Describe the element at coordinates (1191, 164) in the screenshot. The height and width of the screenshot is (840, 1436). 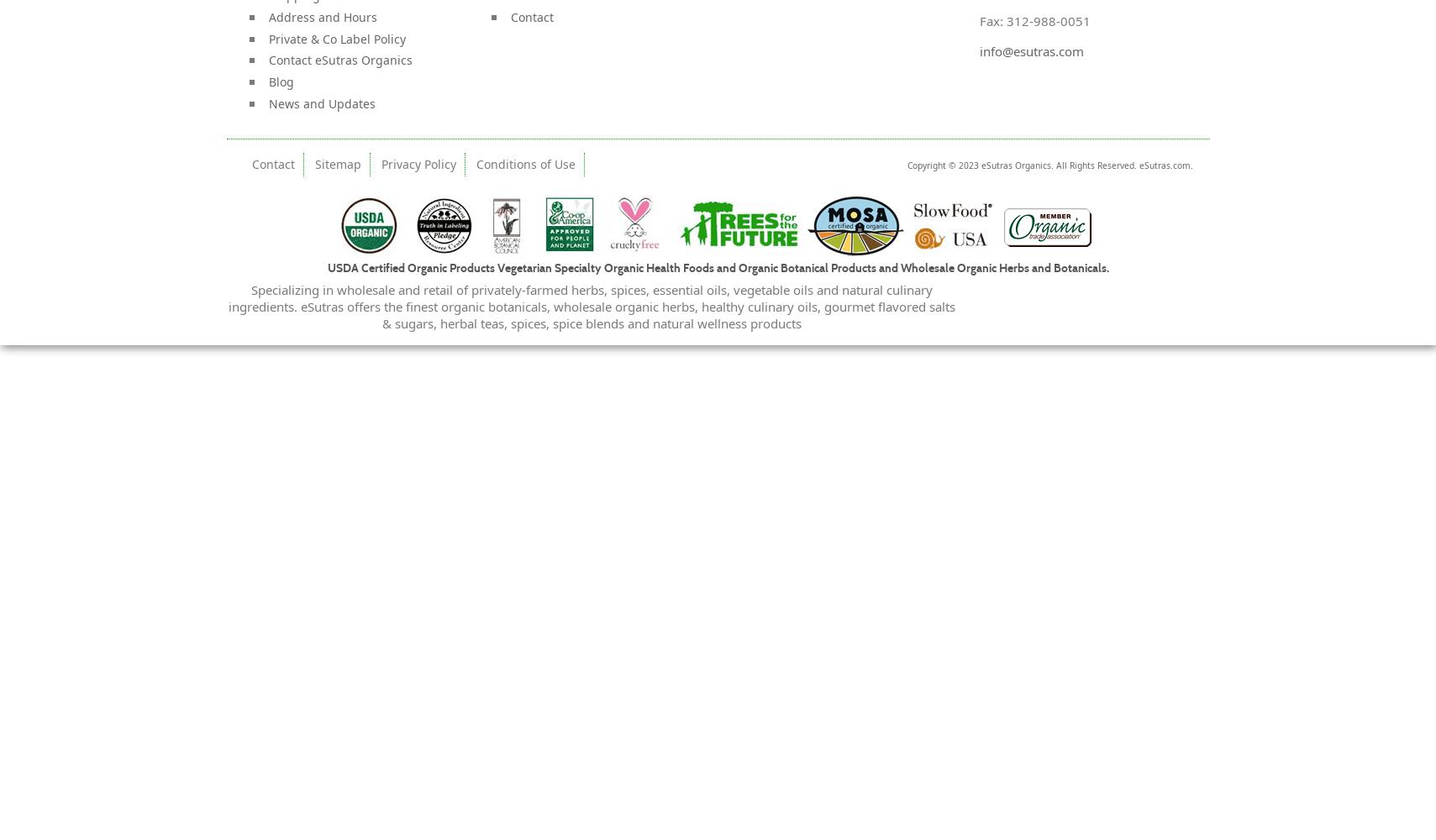
I see `'.'` at that location.